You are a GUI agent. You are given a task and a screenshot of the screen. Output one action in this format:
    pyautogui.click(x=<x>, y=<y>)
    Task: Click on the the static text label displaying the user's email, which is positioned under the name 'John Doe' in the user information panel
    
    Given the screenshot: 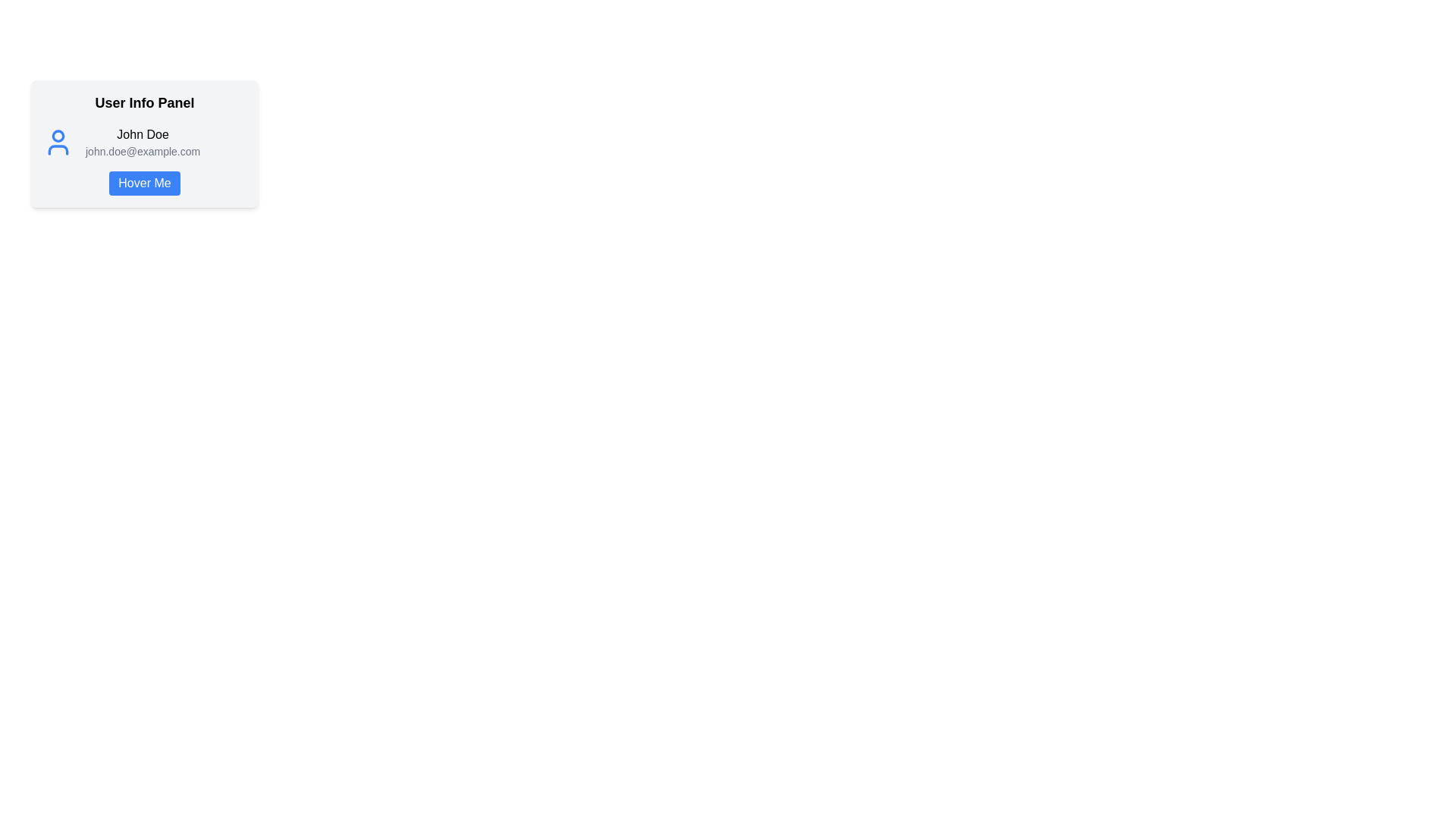 What is the action you would take?
    pyautogui.click(x=143, y=152)
    